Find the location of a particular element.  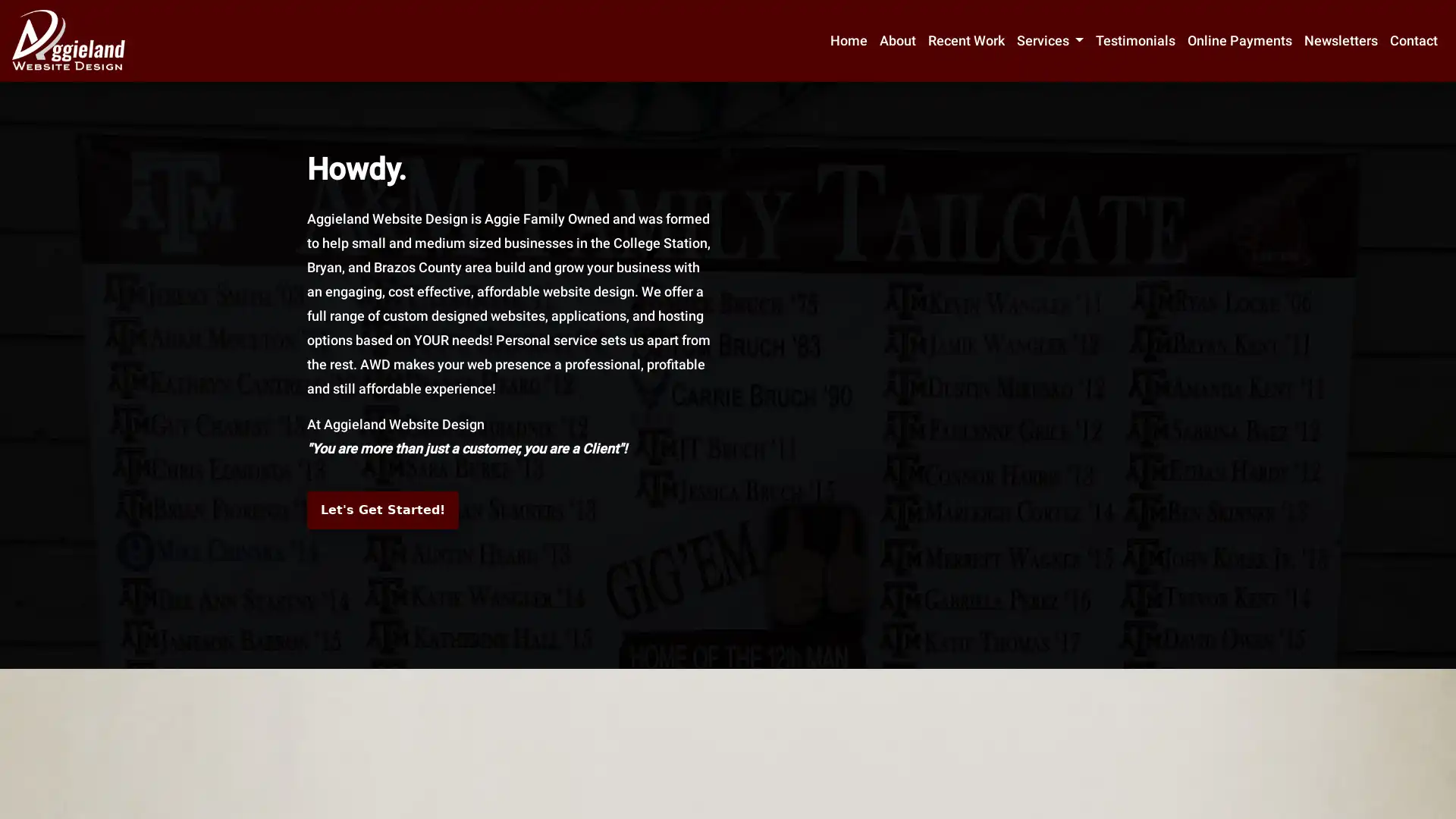

Let's Get Started! is located at coordinates (382, 510).